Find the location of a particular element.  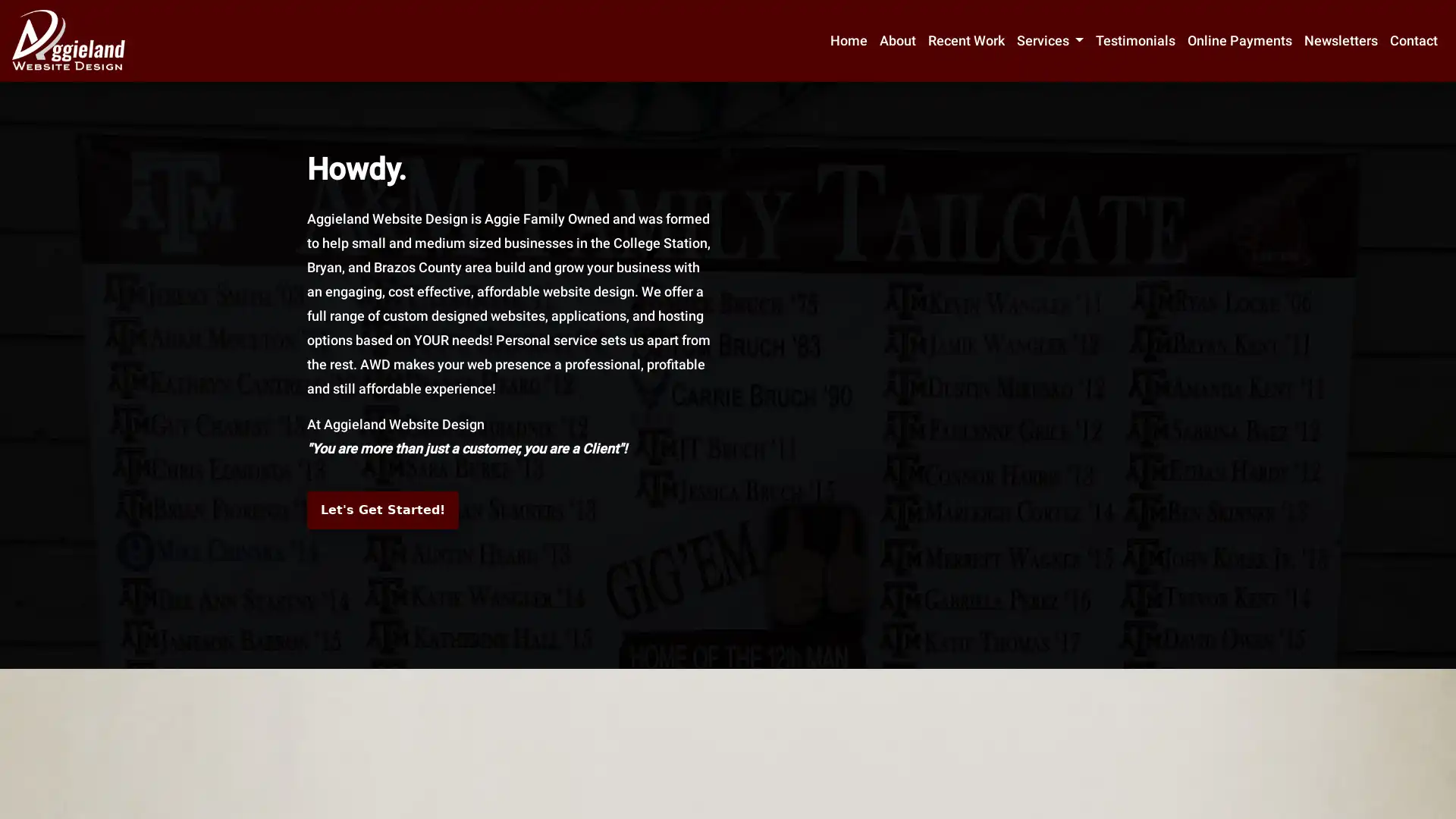

Let's Get Started! is located at coordinates (382, 510).